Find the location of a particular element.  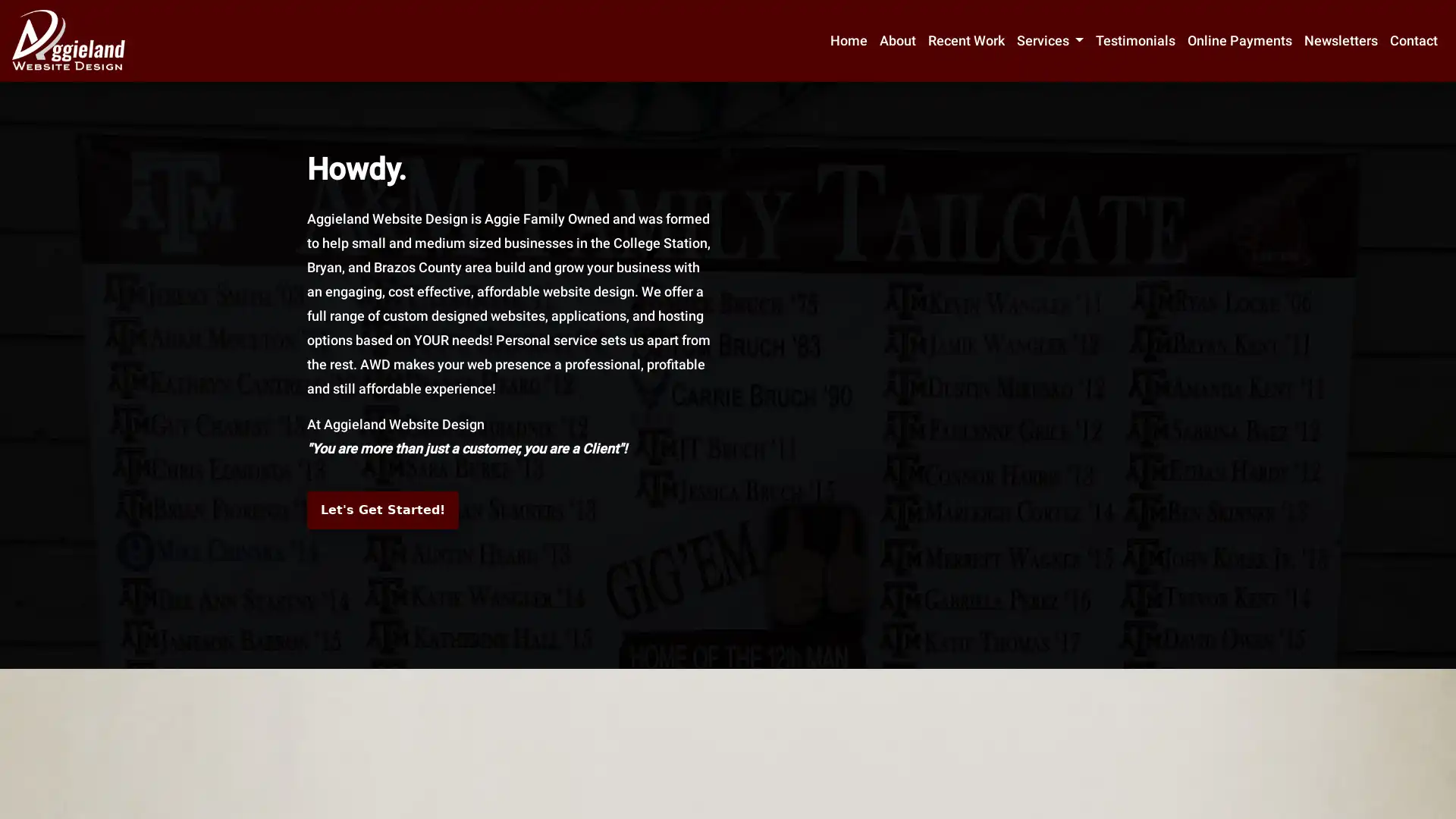

Let's Get Started! is located at coordinates (382, 510).